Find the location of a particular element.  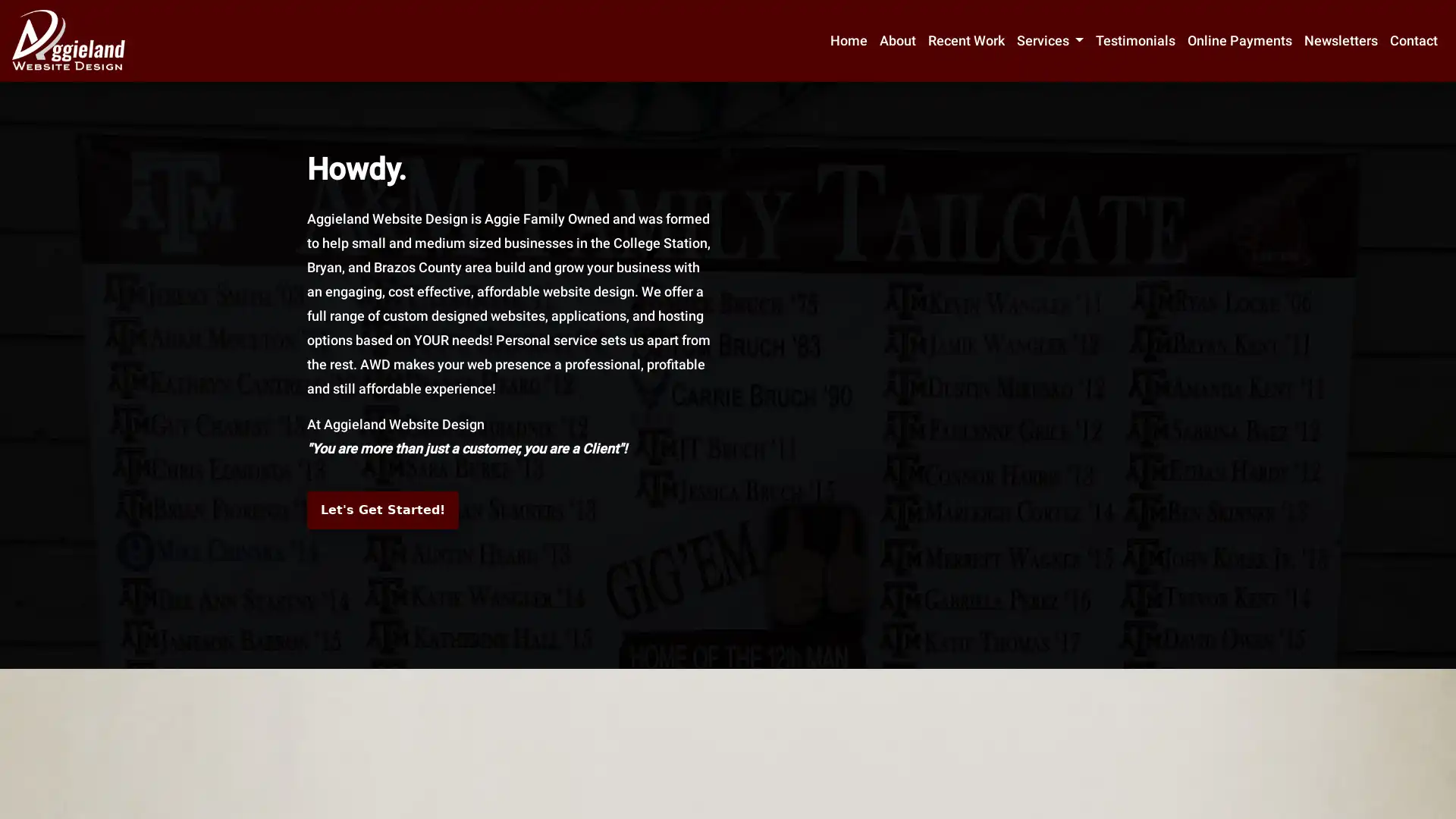

Let's Get Started! is located at coordinates (382, 510).